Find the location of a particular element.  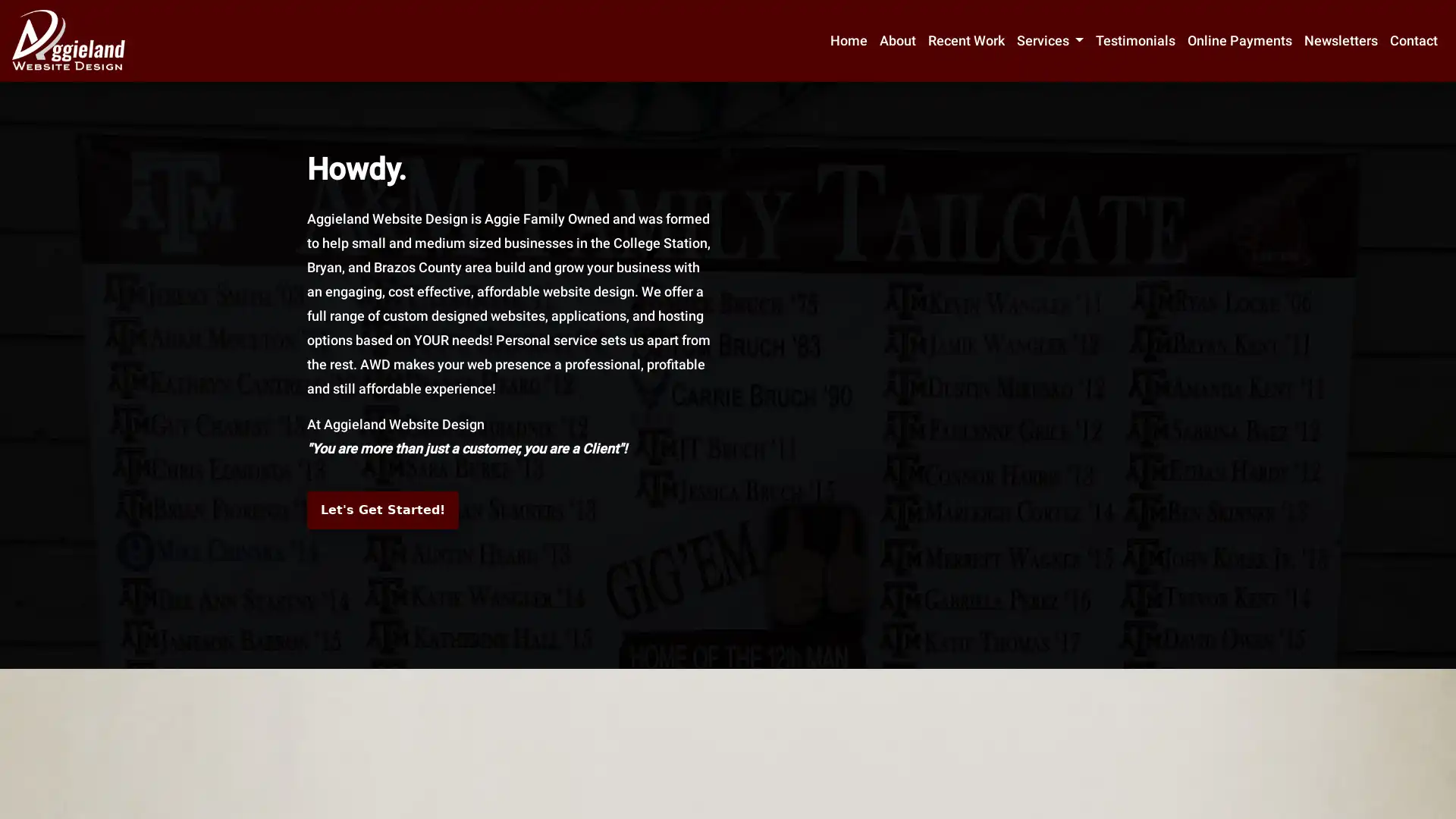

Let's Get Started! is located at coordinates (382, 510).